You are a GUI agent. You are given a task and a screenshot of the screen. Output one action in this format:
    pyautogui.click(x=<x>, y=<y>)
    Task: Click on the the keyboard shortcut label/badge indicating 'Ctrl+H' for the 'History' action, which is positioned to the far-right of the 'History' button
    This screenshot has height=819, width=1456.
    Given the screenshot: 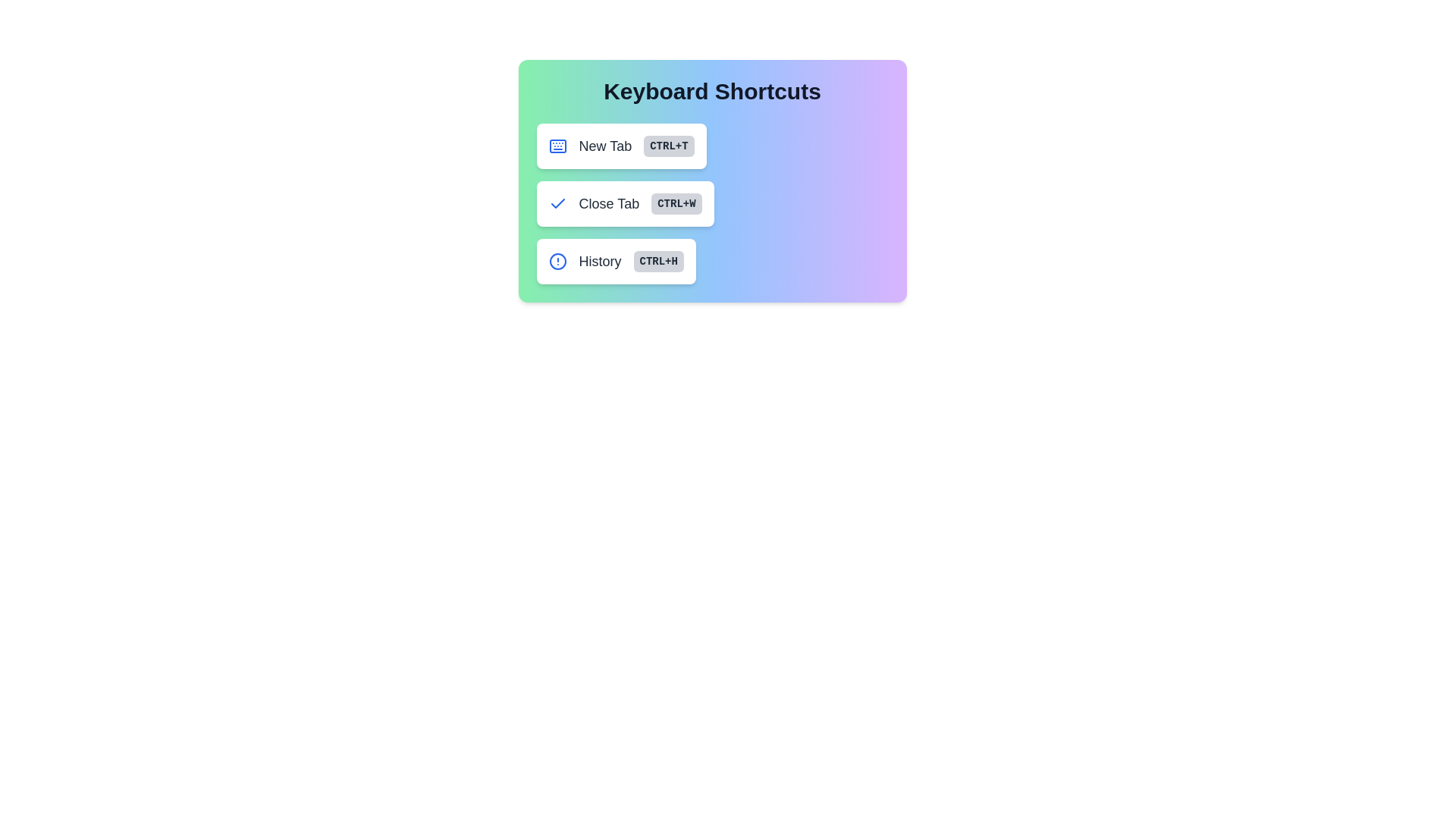 What is the action you would take?
    pyautogui.click(x=658, y=260)
    